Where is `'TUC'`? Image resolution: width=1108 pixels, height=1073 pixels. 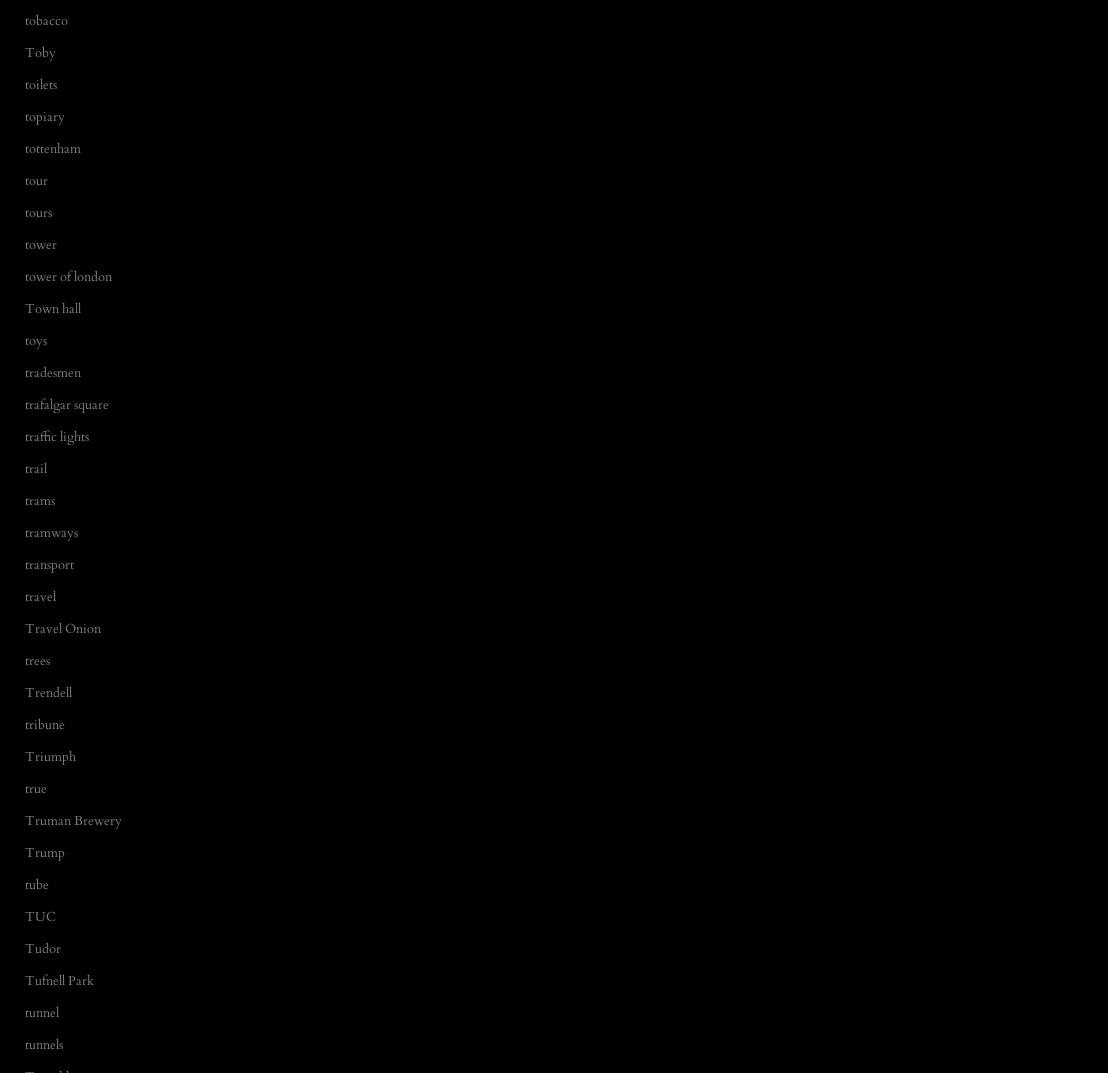 'TUC' is located at coordinates (40, 916).